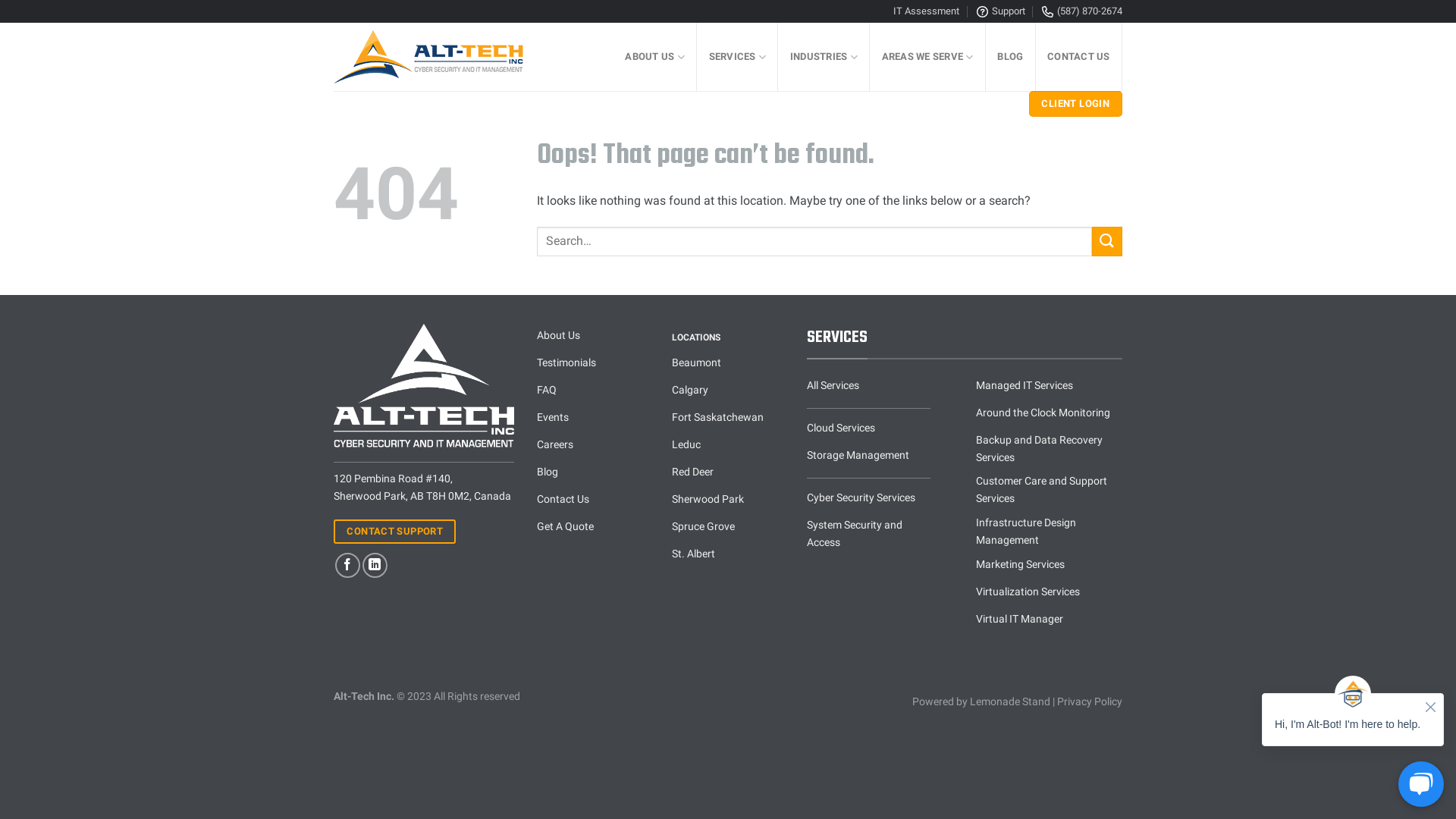 The image size is (1456, 819). I want to click on 'Calgary', so click(728, 391).